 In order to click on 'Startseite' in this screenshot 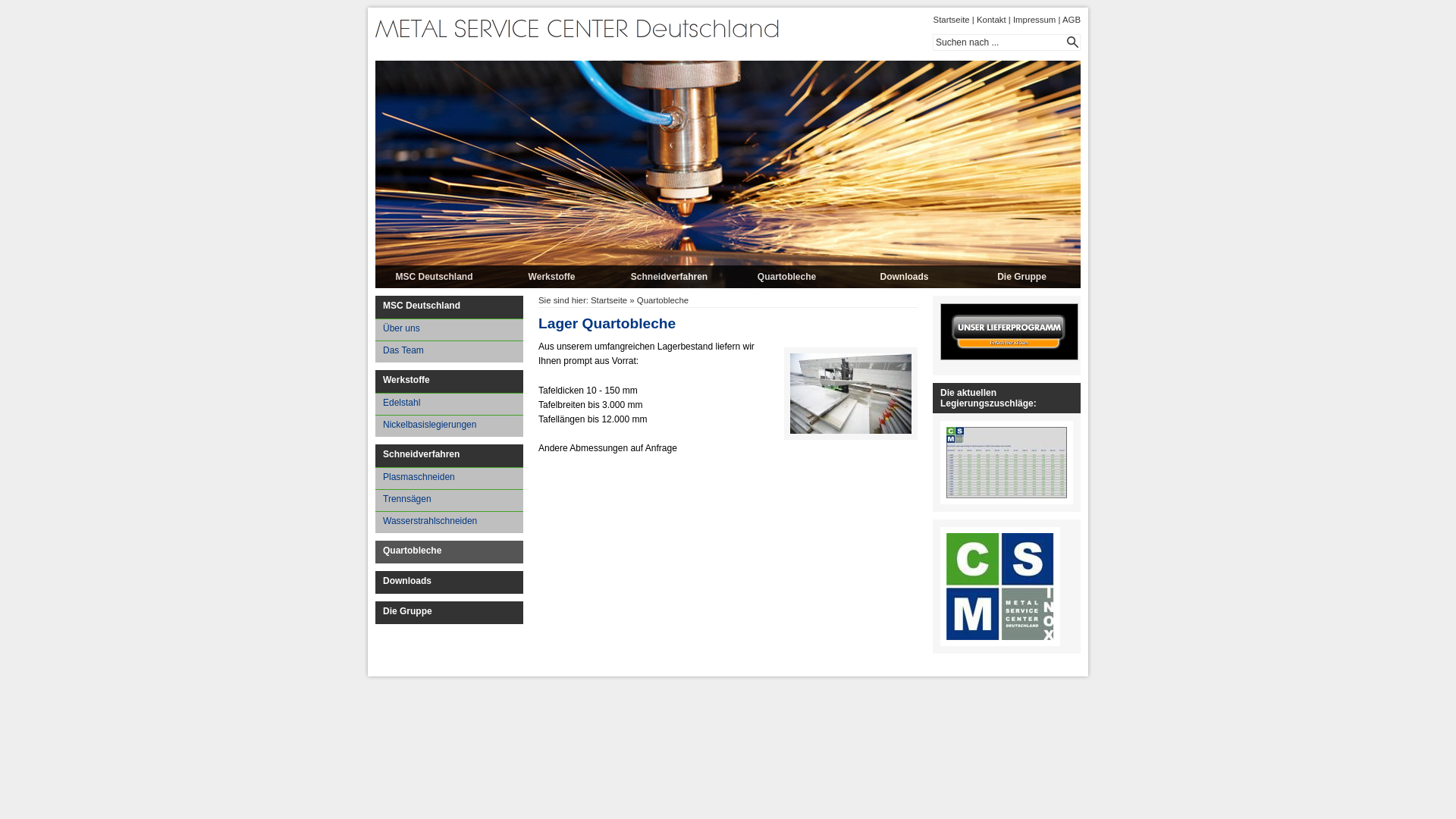, I will do `click(589, 300)`.